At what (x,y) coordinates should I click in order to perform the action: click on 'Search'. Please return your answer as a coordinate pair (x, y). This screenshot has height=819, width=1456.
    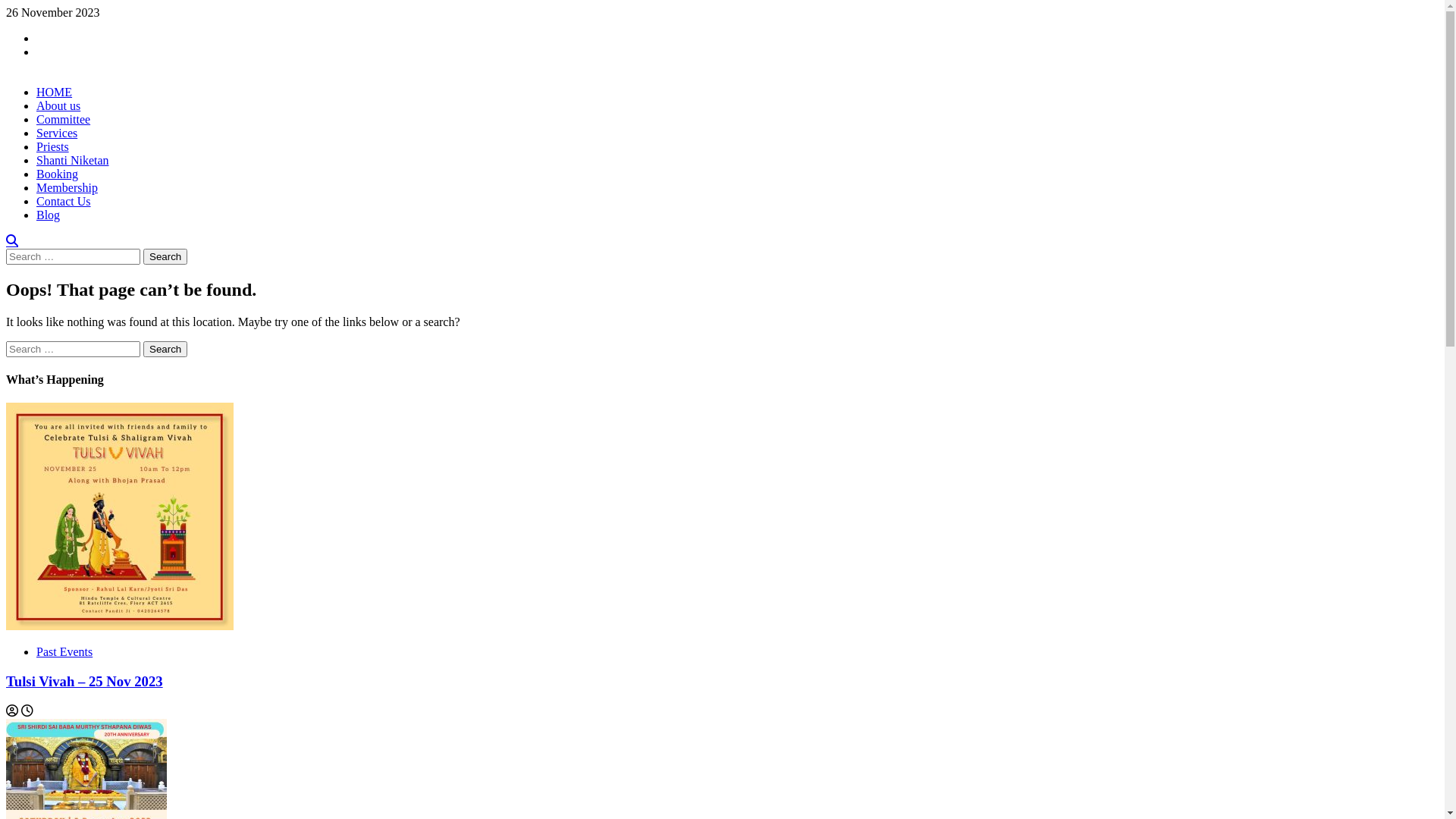
    Looking at the image, I should click on (11, 240).